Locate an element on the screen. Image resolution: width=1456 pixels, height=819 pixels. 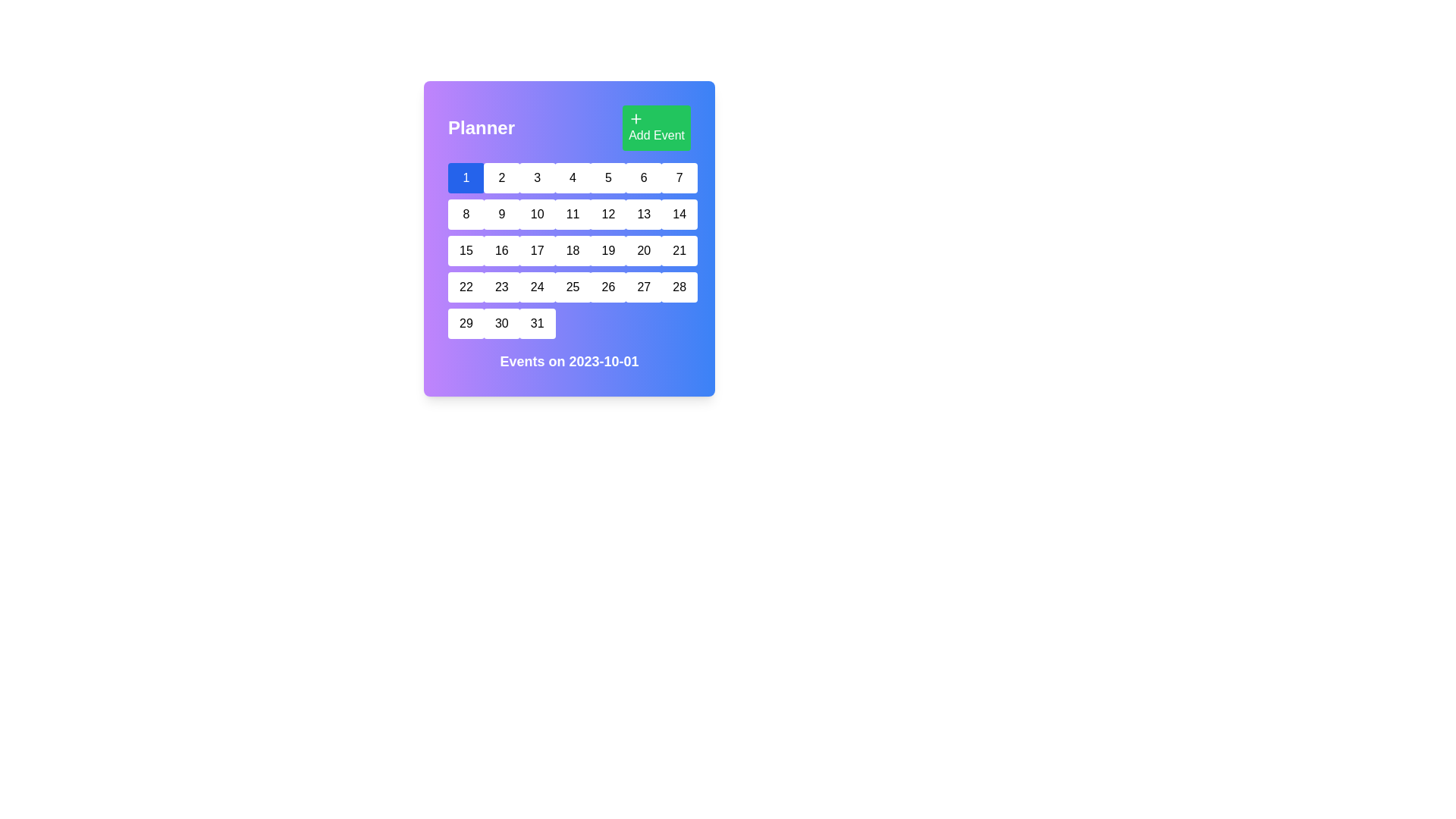
the rectangular button labeled '25' in the fifth row and fourth column of the grid-based calendar layout is located at coordinates (572, 287).